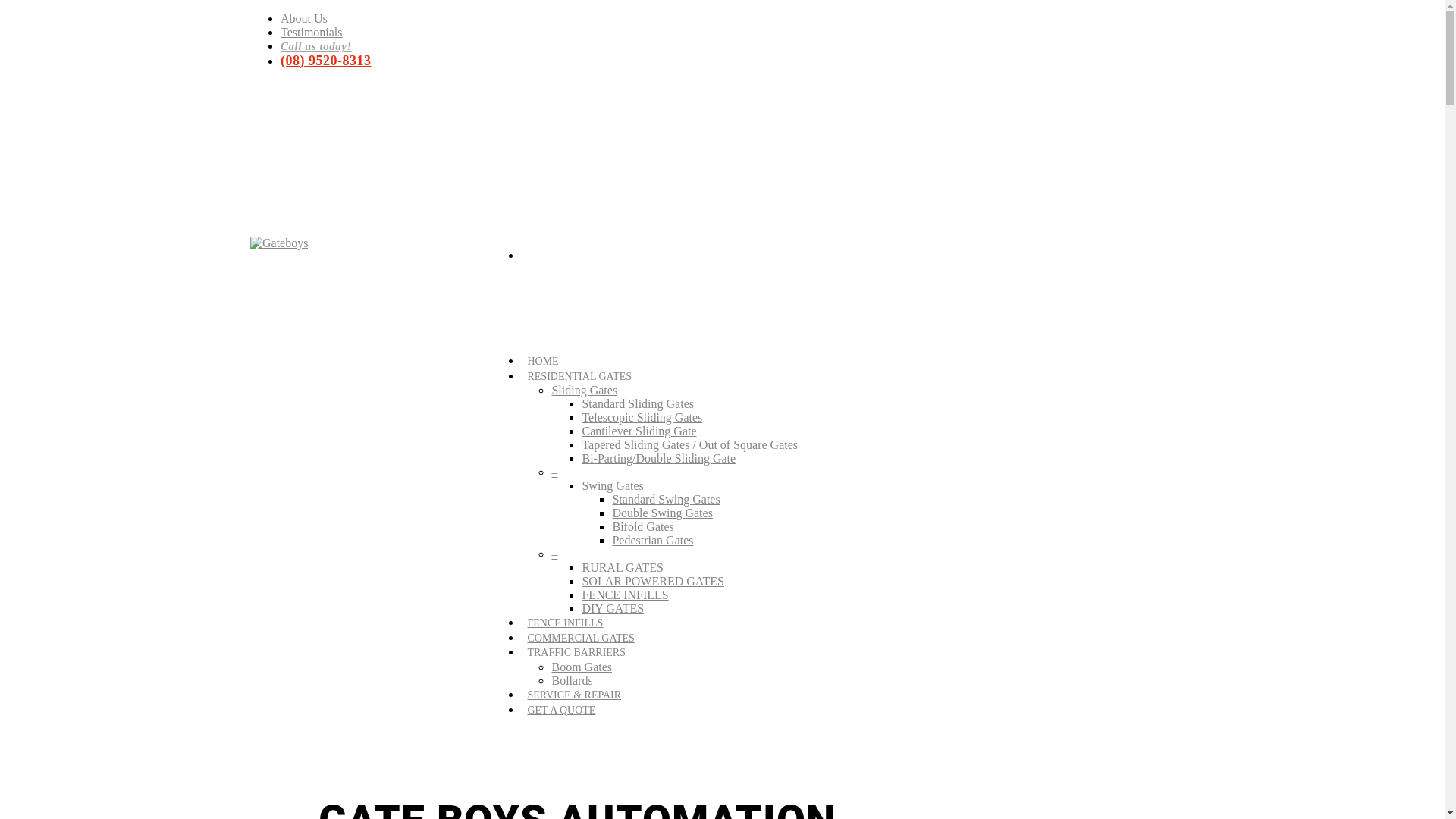  I want to click on 'TRAFFIC BARRIERS', so click(575, 655).